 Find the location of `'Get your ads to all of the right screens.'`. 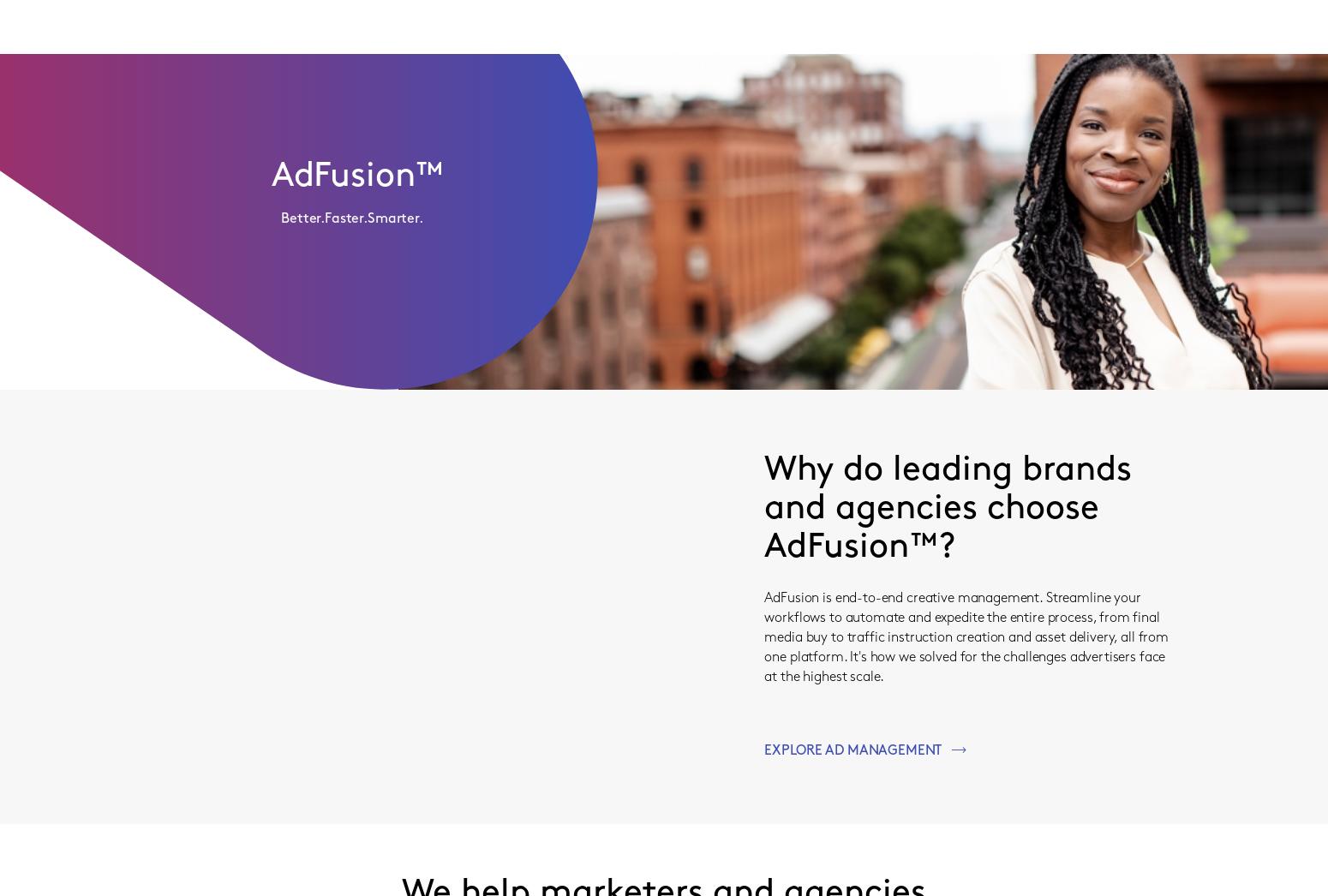

'Get your ads to all of the right screens.' is located at coordinates (809, 367).